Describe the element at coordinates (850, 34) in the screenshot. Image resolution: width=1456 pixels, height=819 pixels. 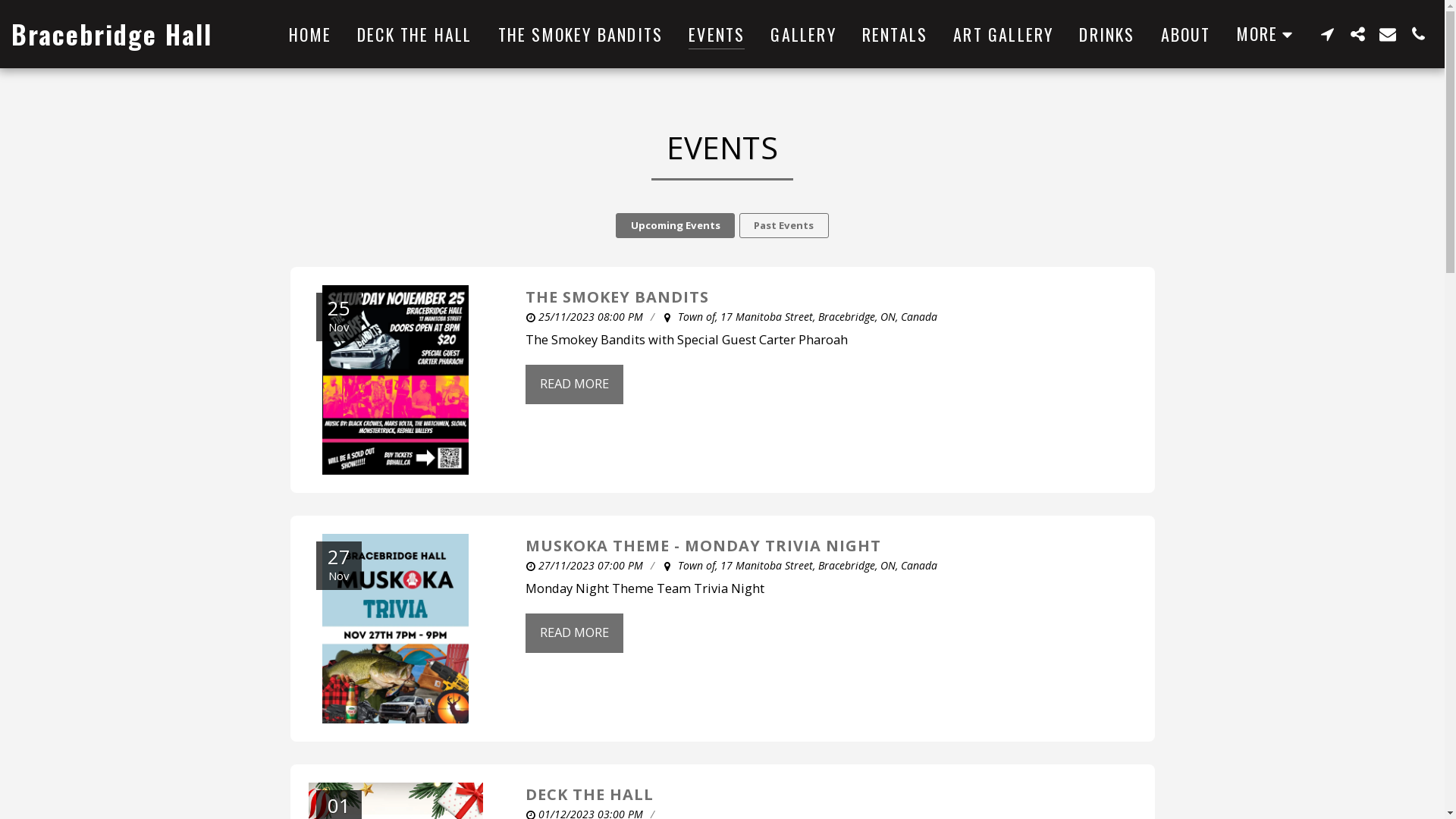
I see `'RENTALS'` at that location.